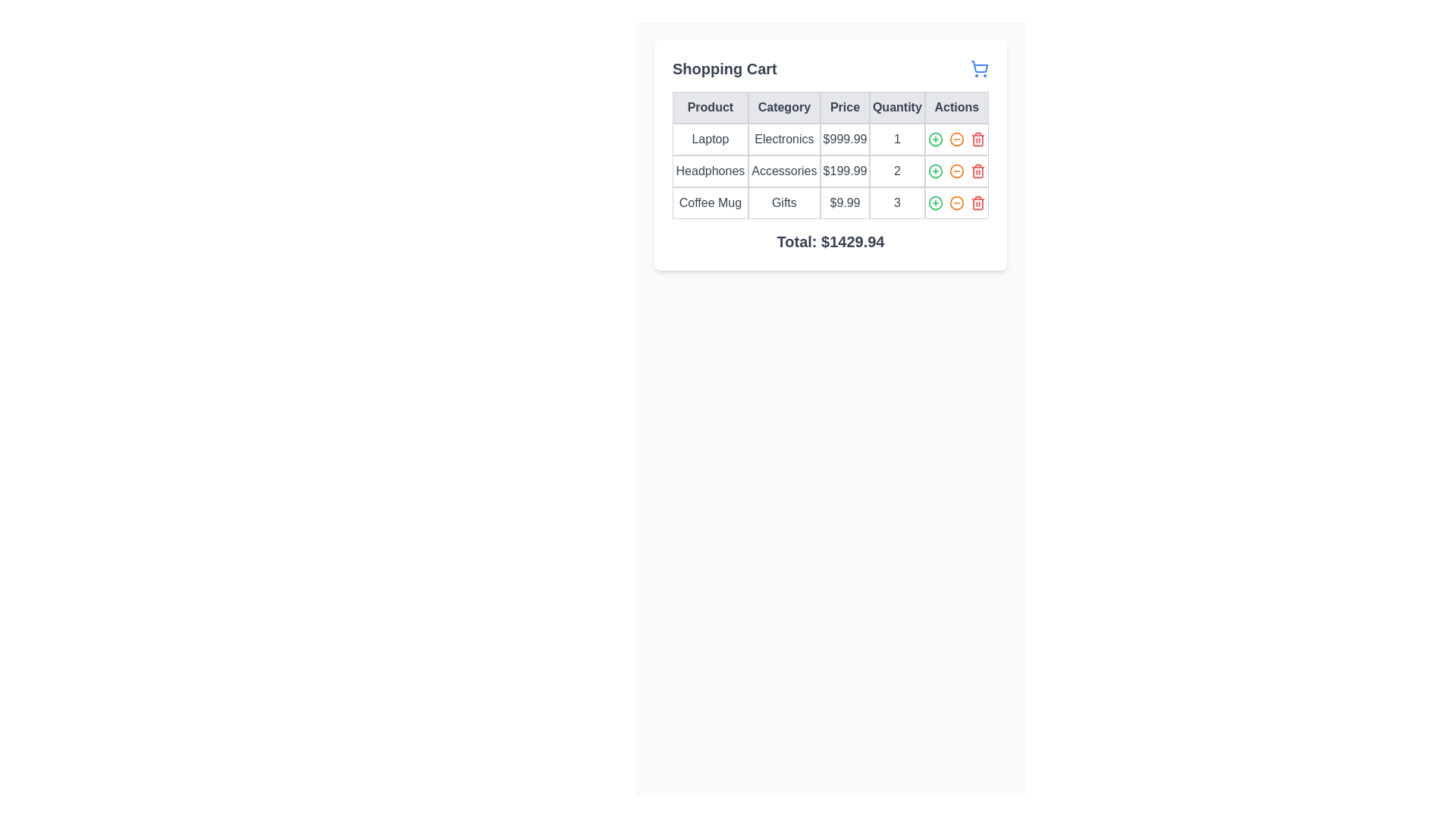 This screenshot has width=1456, height=819. I want to click on the circular button with an orange outline in the 'Actions' column of the second row corresponding to 'Headphones', so click(955, 171).